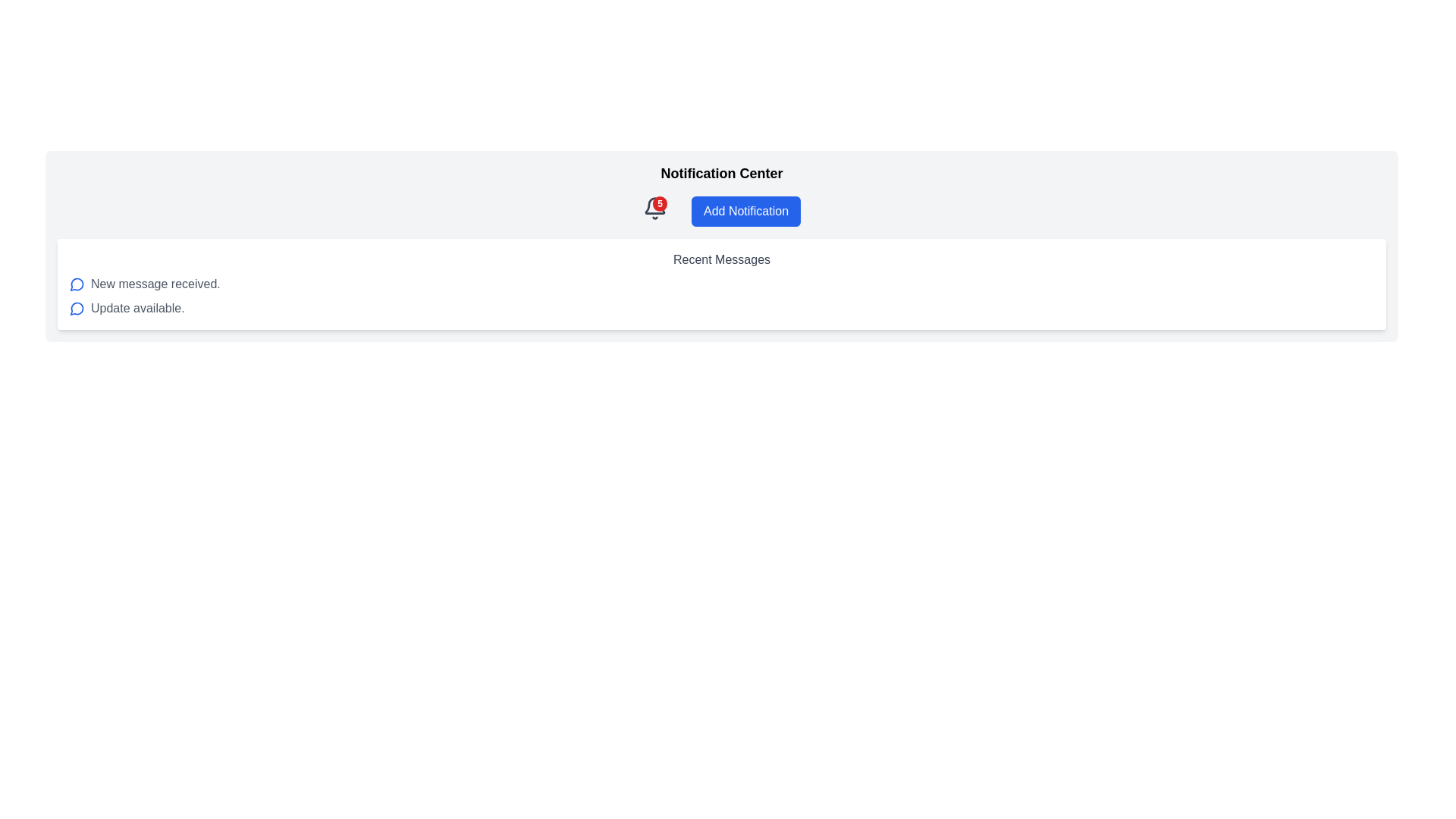 This screenshot has height=819, width=1456. Describe the element at coordinates (745, 211) in the screenshot. I see `the button with rounded edges and blue background labeled 'Add Notification'` at that location.